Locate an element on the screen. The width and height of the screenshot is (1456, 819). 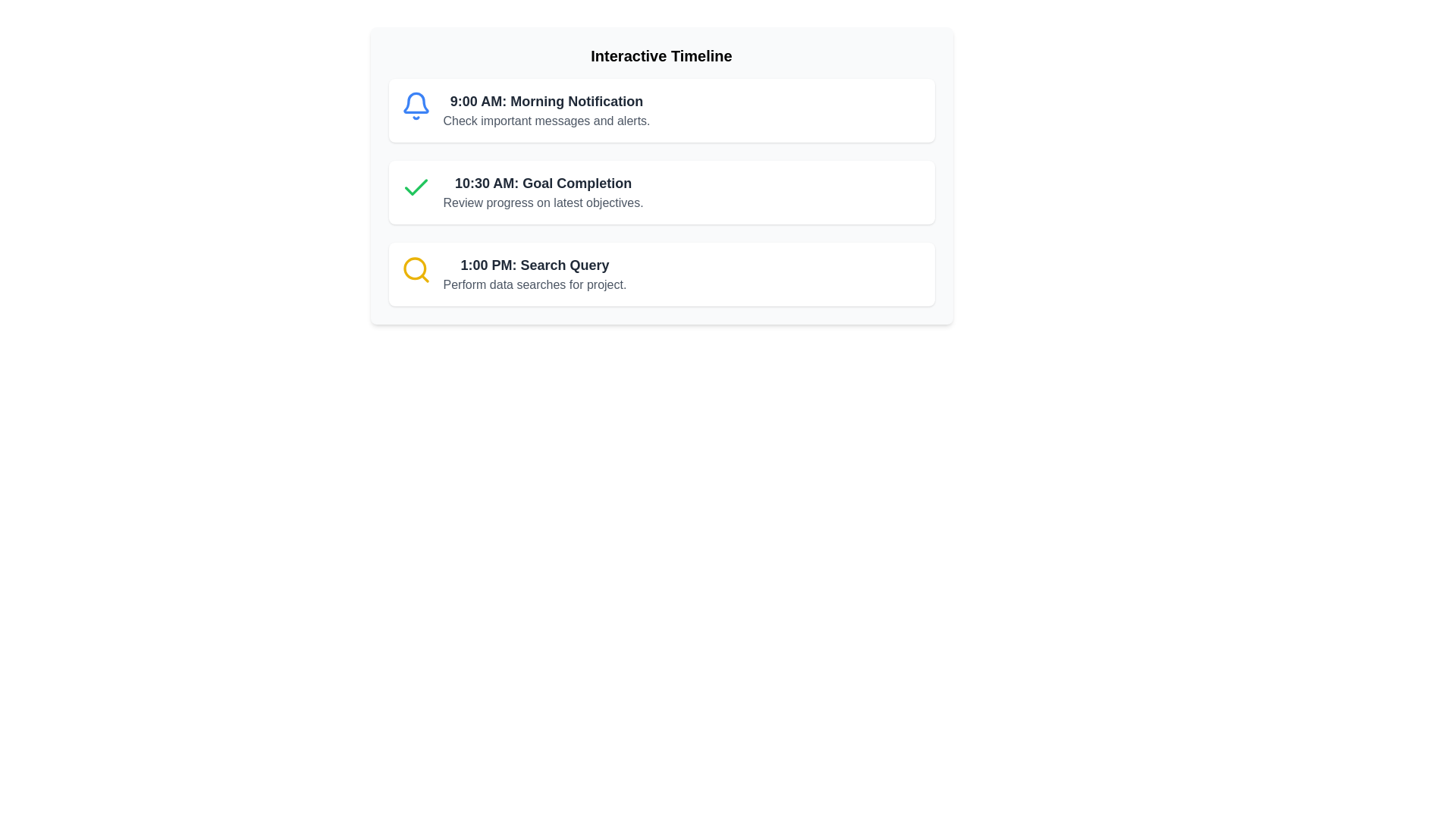
the bell icon that signifies a notification related to the 'Morning Notification' activity in the Interactive Timeline is located at coordinates (416, 102).